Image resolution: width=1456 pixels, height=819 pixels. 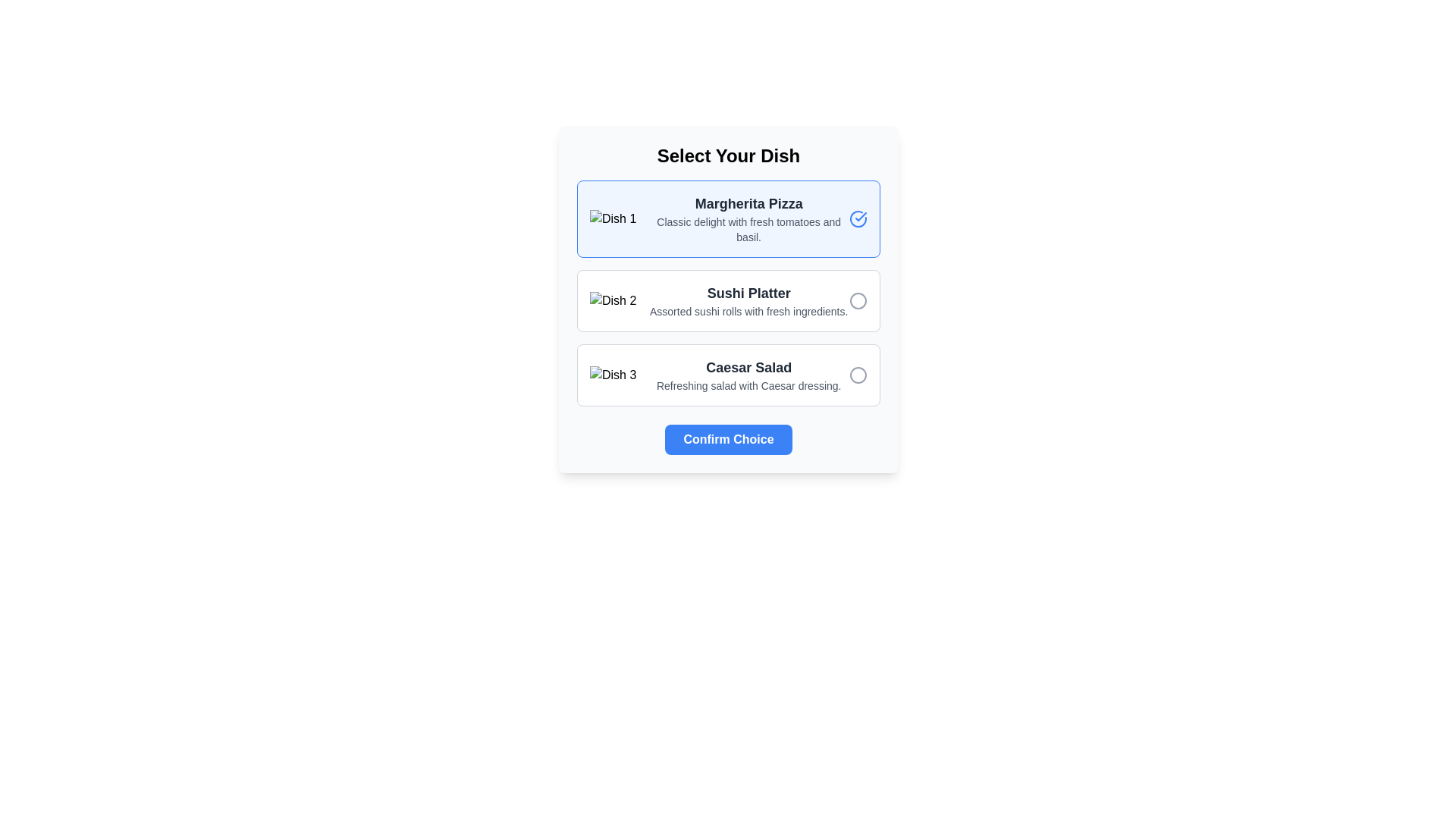 I want to click on the text label that reads 'Classic delight with fresh tomatoes and basil.', which is positioned below the title 'Margherita Pizza' in the first option panel of the list, so click(x=748, y=230).